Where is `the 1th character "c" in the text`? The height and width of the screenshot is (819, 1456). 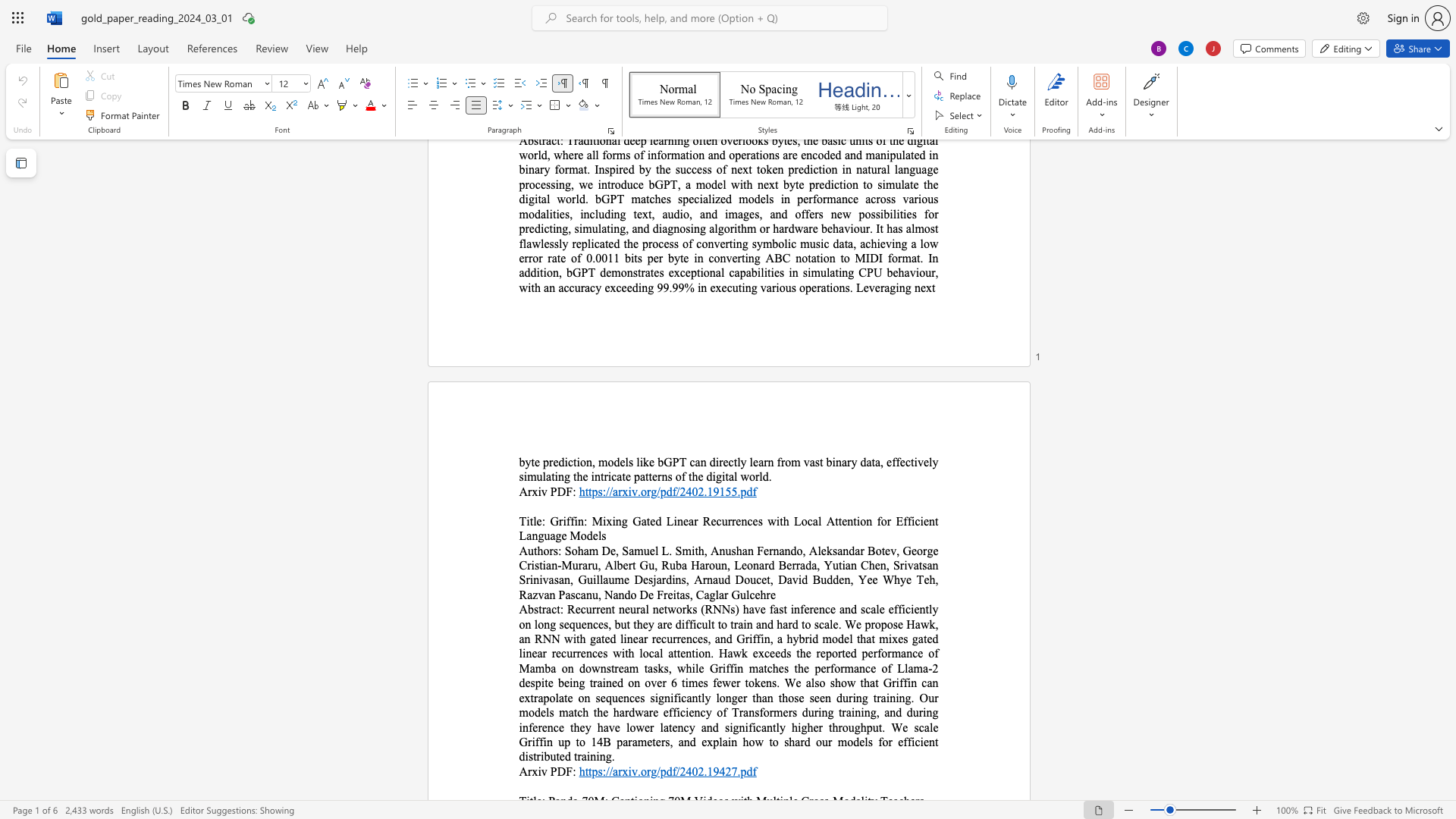 the 1th character "c" in the text is located at coordinates (553, 608).